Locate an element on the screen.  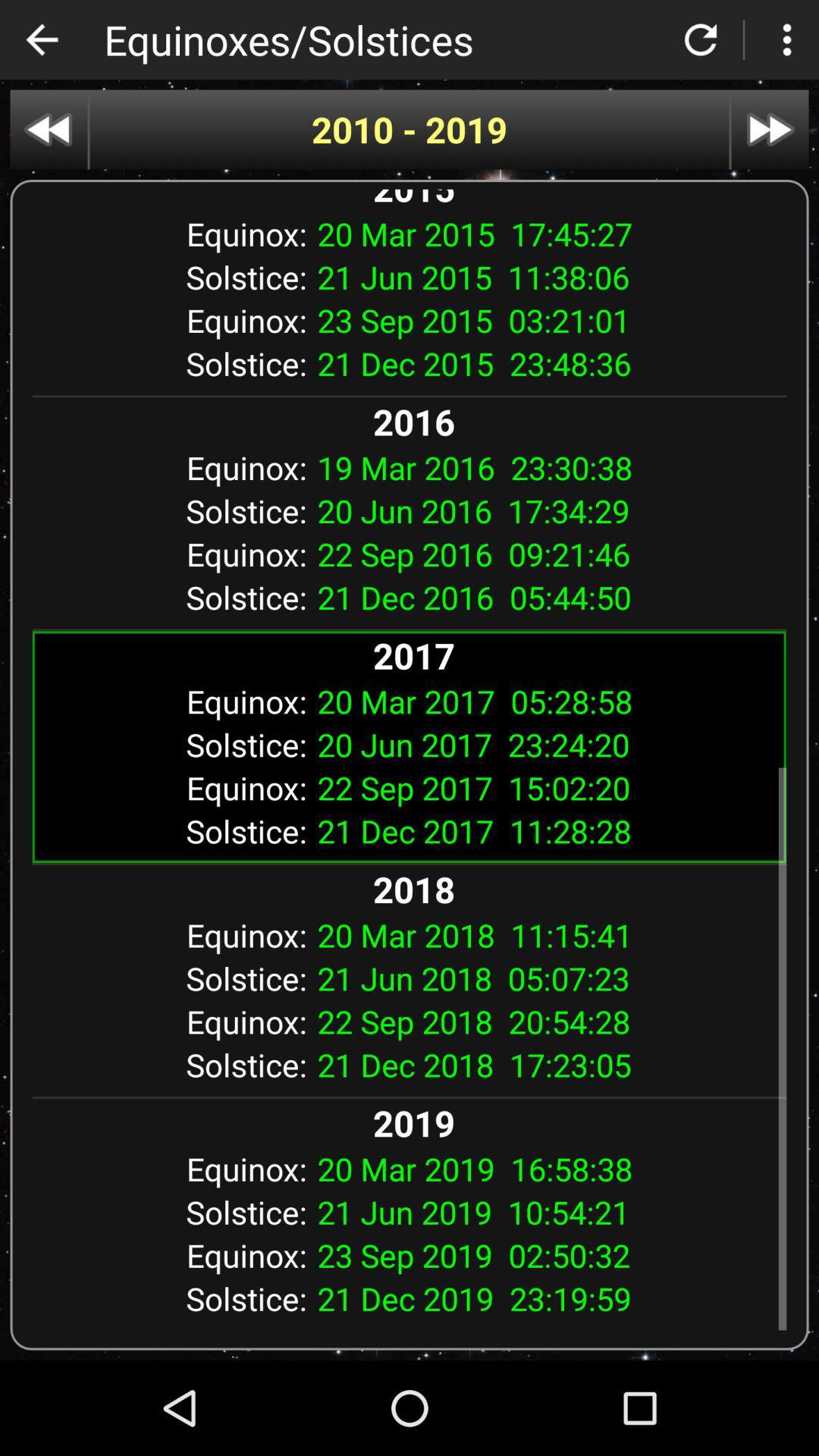
2010 - 2019 item is located at coordinates (409, 130).